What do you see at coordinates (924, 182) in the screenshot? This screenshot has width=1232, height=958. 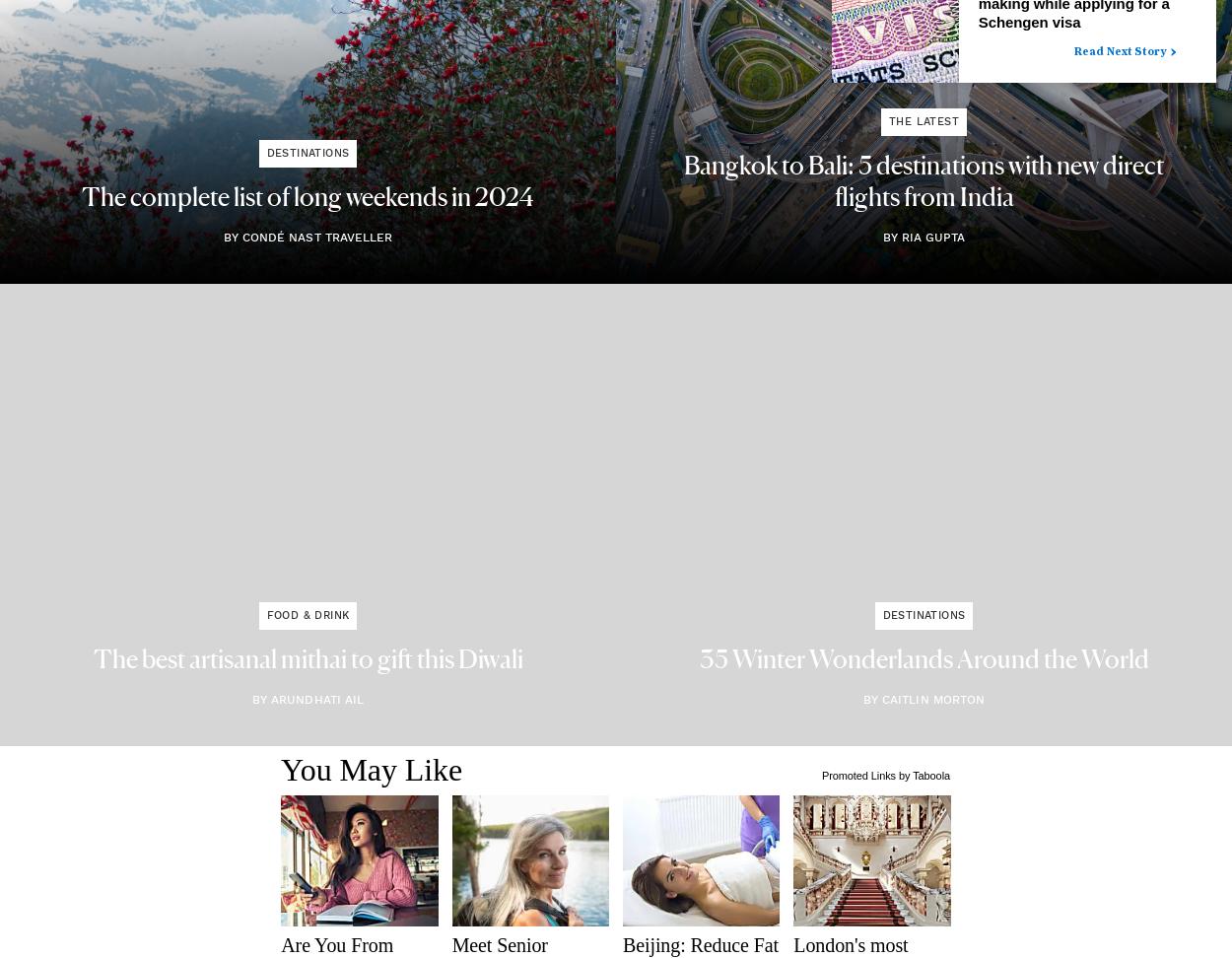 I see `'Bangkok to Bali: 5 destinations with new direct flights from India'` at bounding box center [924, 182].